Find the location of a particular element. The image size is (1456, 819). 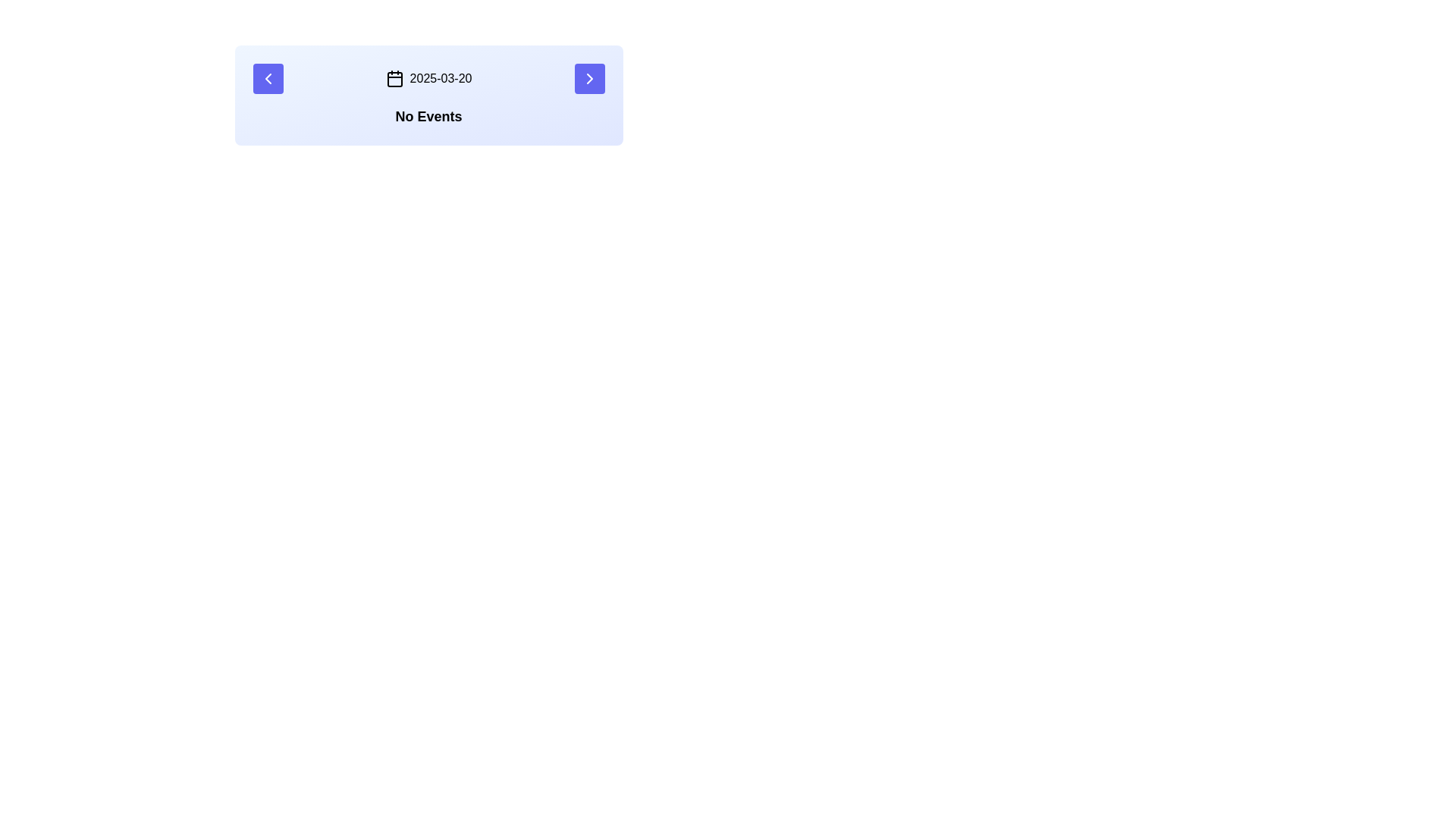

the rightward-pointing chevron icon, which is located inside a light-blue circular button at the far-right of a horizontal panel for navigation is located at coordinates (588, 79).